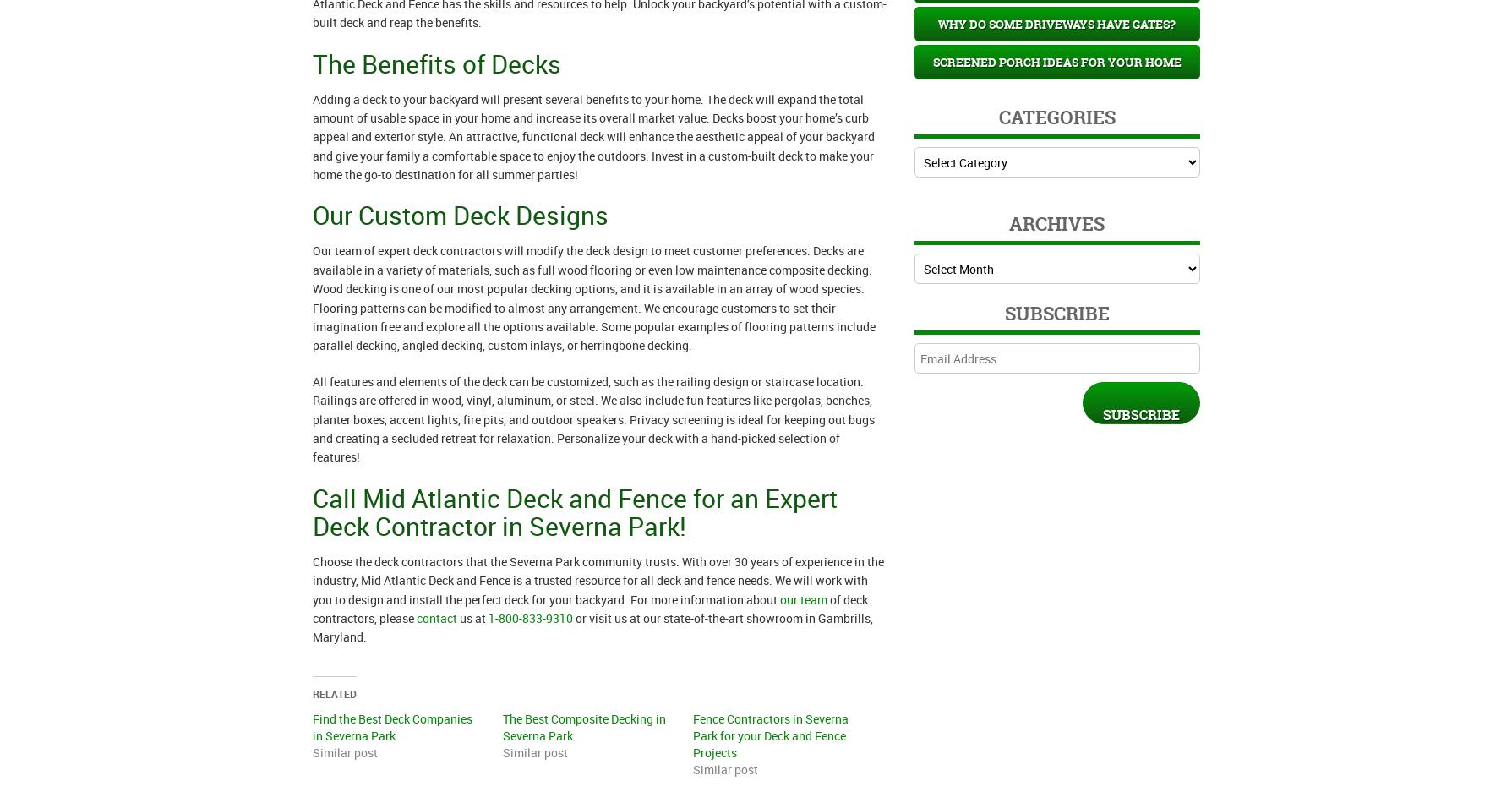  Describe the element at coordinates (530, 616) in the screenshot. I see `'1-800-833-9310'` at that location.